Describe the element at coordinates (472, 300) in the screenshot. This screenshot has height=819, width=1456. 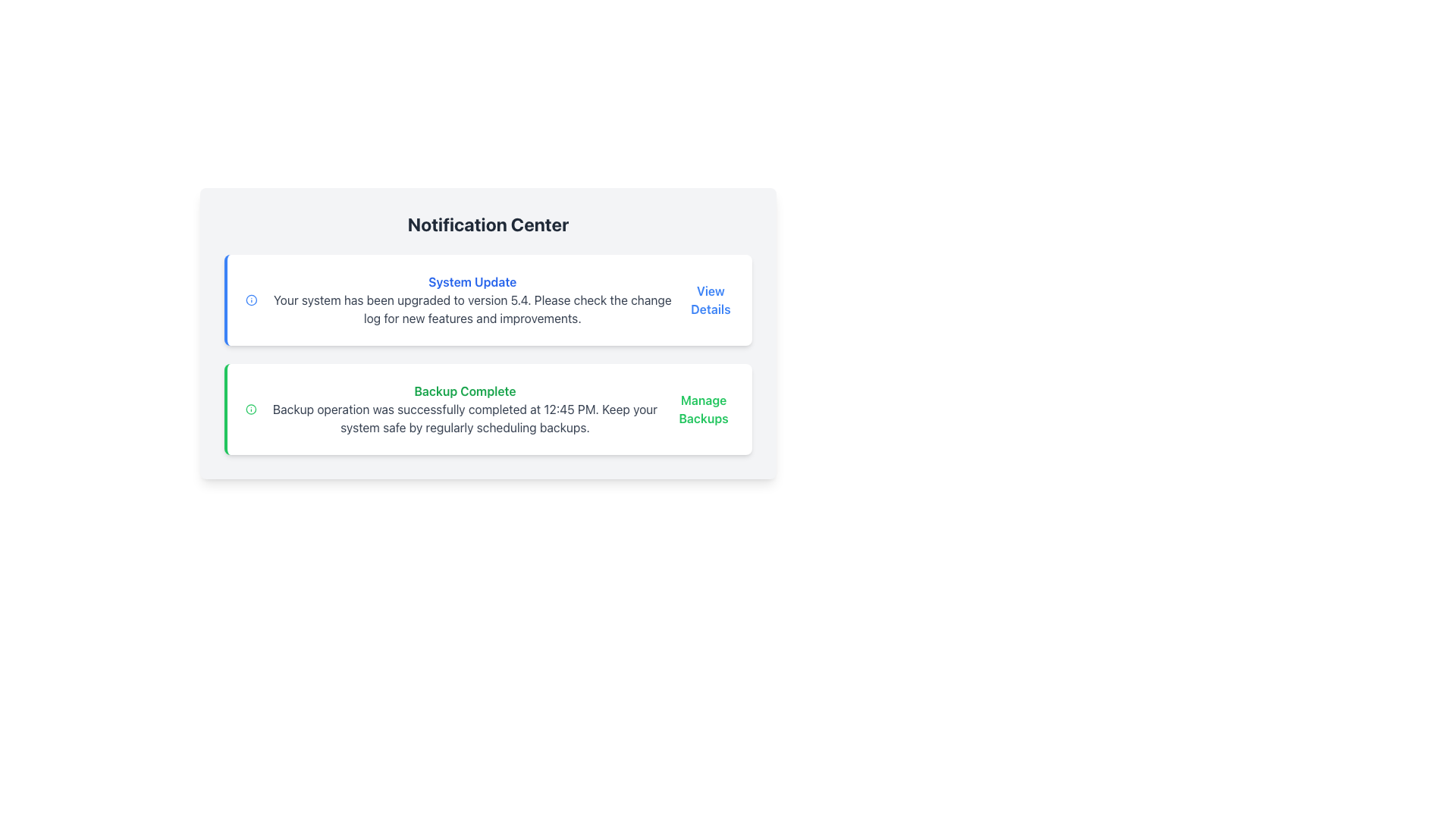
I see `informational text block located in the first notification card of the notification center, which provides details about the recent system update` at that location.